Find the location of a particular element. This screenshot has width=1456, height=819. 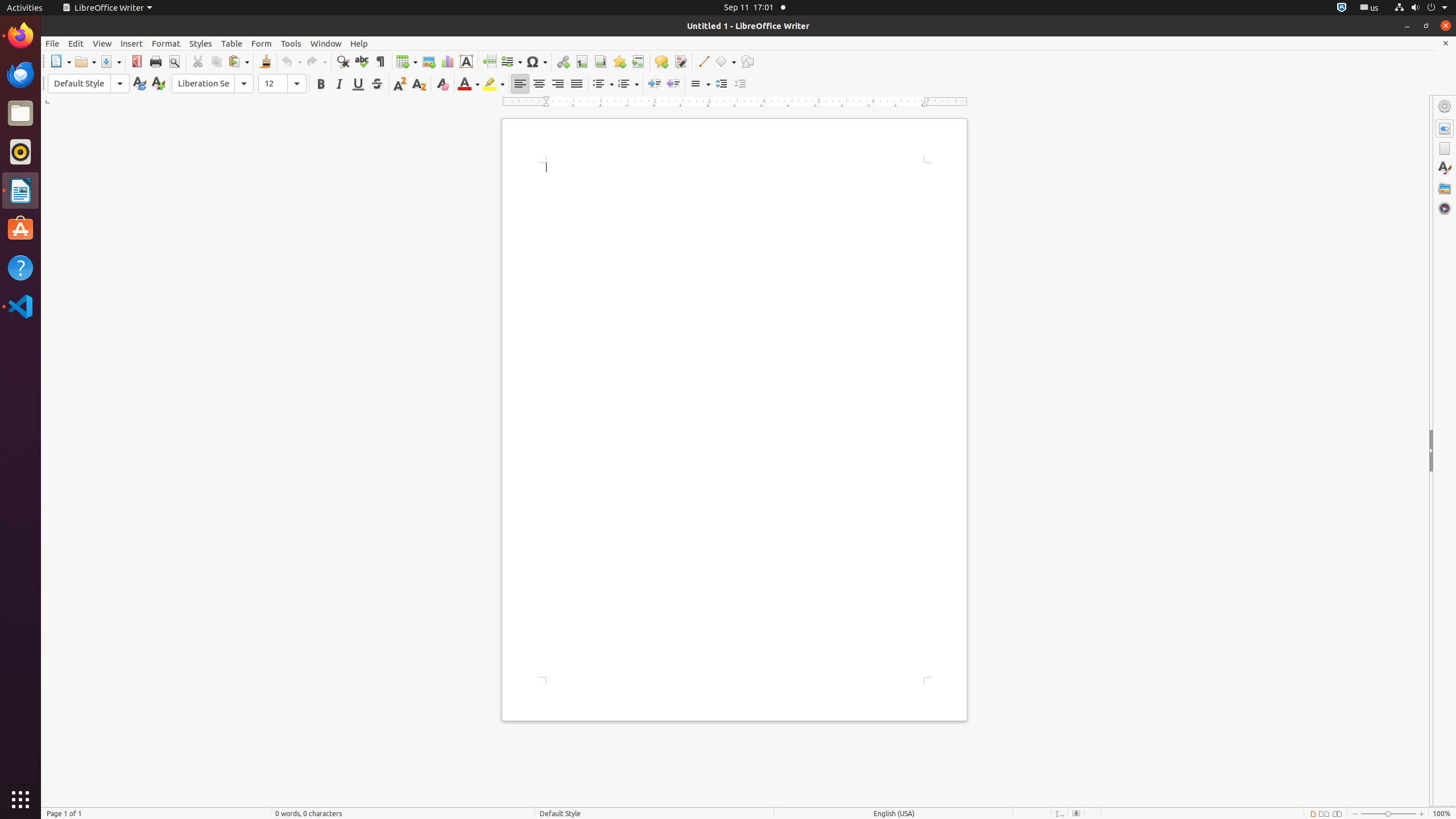

'Redo' is located at coordinates (316, 61).